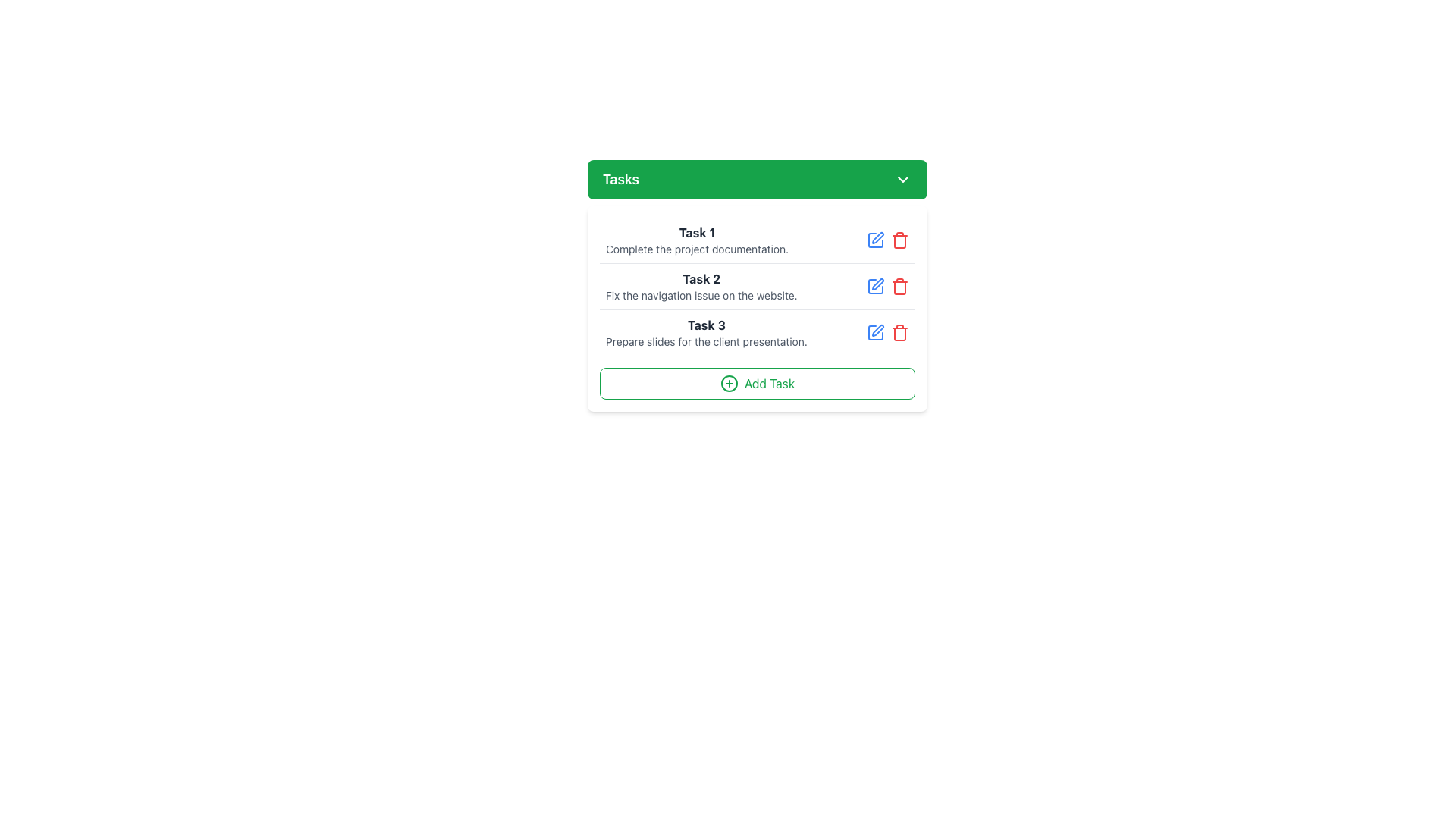 The height and width of the screenshot is (819, 1456). Describe the element at coordinates (696, 239) in the screenshot. I see `the text label displaying 'Task 1'` at that location.